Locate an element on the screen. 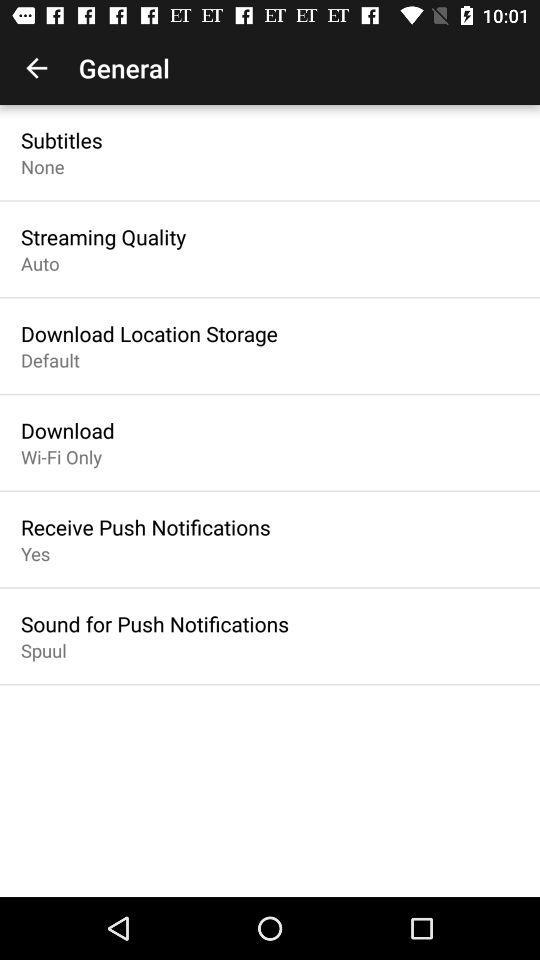 This screenshot has height=960, width=540. the icon below the subtitles is located at coordinates (42, 165).